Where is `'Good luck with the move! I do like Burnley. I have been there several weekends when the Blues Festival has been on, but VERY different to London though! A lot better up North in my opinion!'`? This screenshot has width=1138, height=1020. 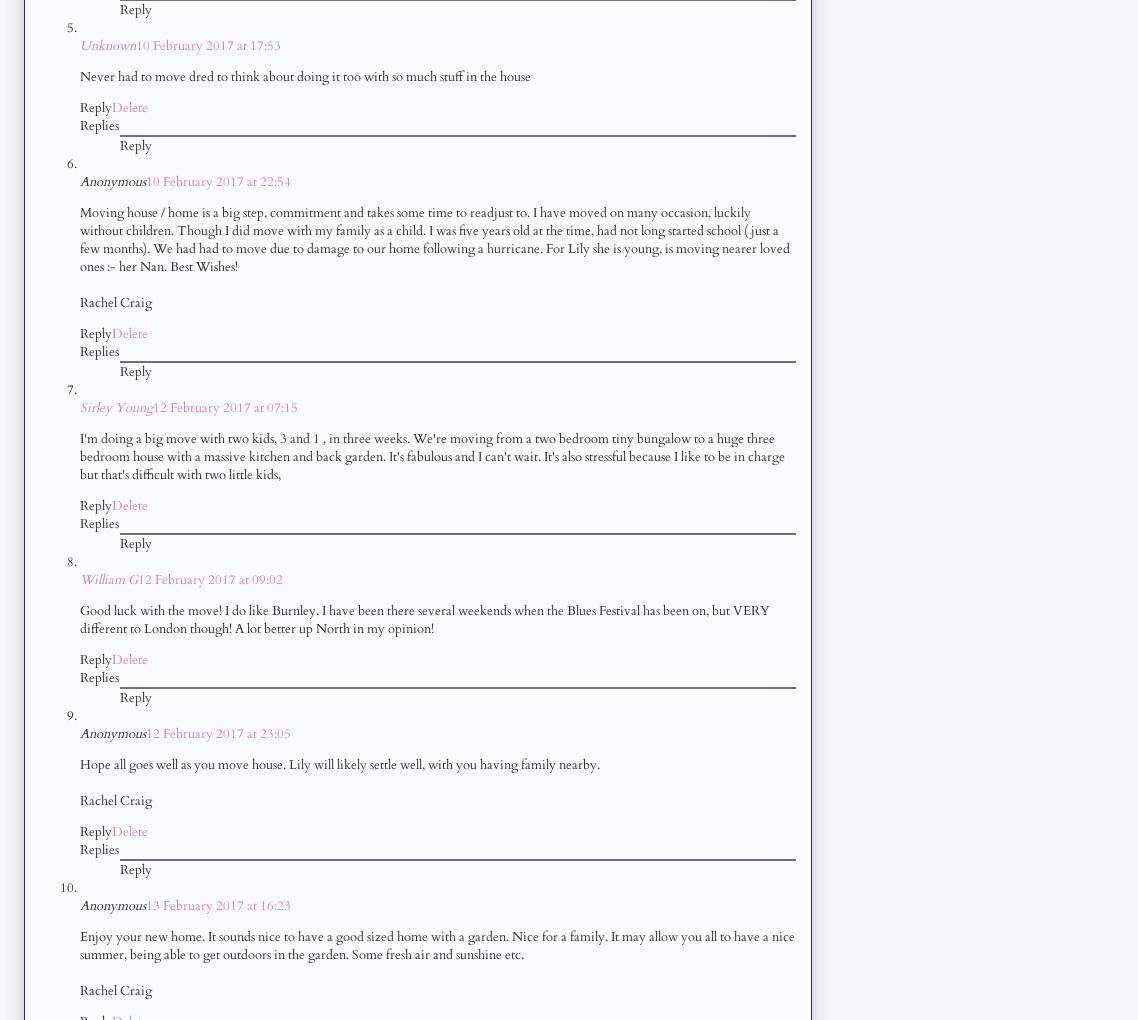
'Good luck with the move! I do like Burnley. I have been there several weekends when the Blues Festival has been on, but VERY different to London though! A lot better up North in my opinion!' is located at coordinates (79, 618).